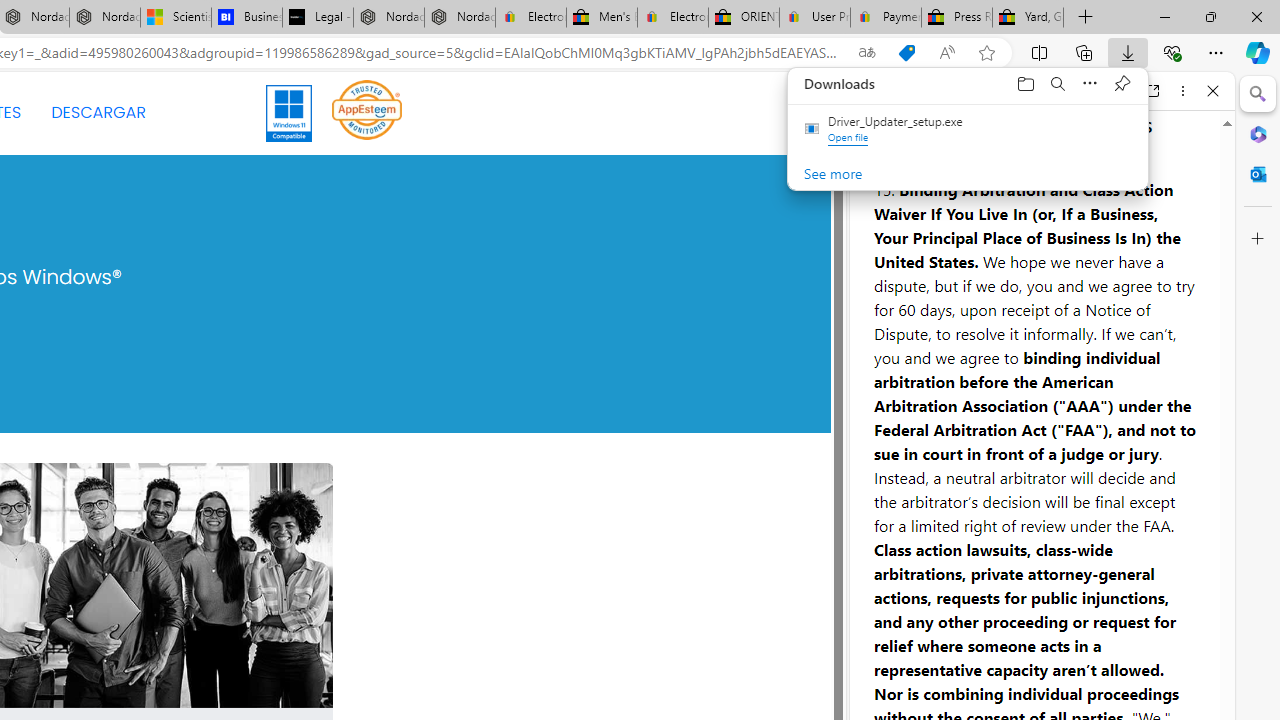 The image size is (1280, 720). Describe the element at coordinates (1025, 82) in the screenshot. I see `'Open downloads folder'` at that location.